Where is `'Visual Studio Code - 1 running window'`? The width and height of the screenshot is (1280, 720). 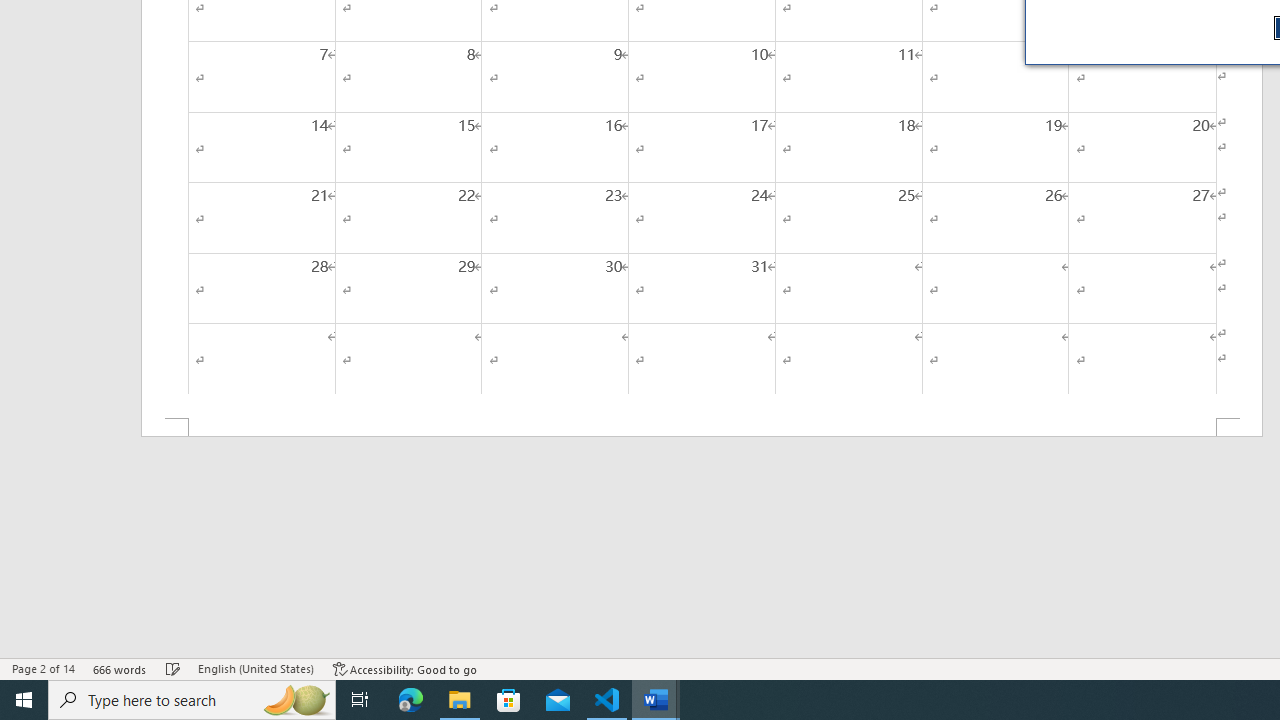
'Visual Studio Code - 1 running window' is located at coordinates (606, 698).